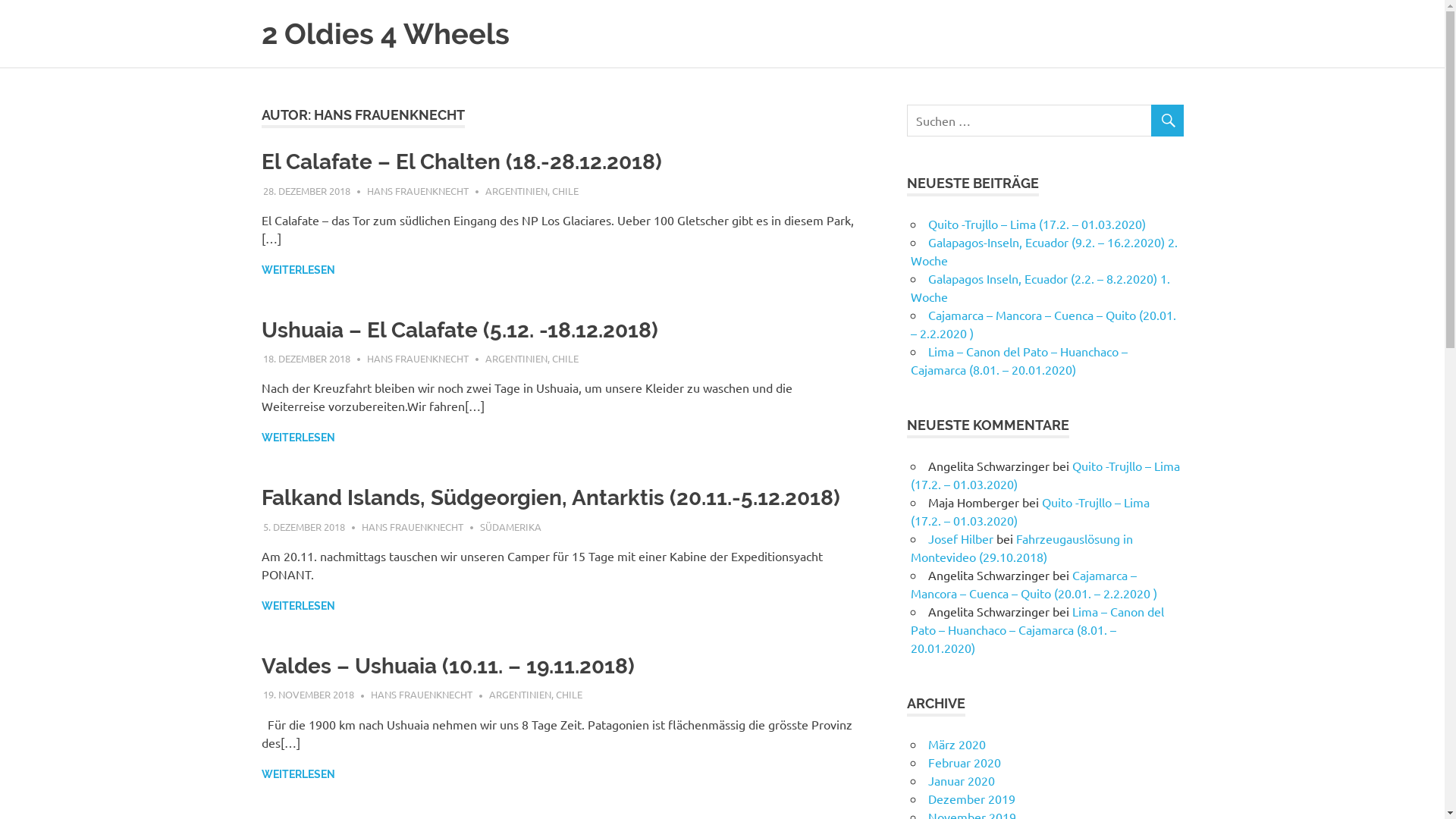 The image size is (1456, 819). I want to click on '18. DEZEMBER 2018', so click(306, 358).